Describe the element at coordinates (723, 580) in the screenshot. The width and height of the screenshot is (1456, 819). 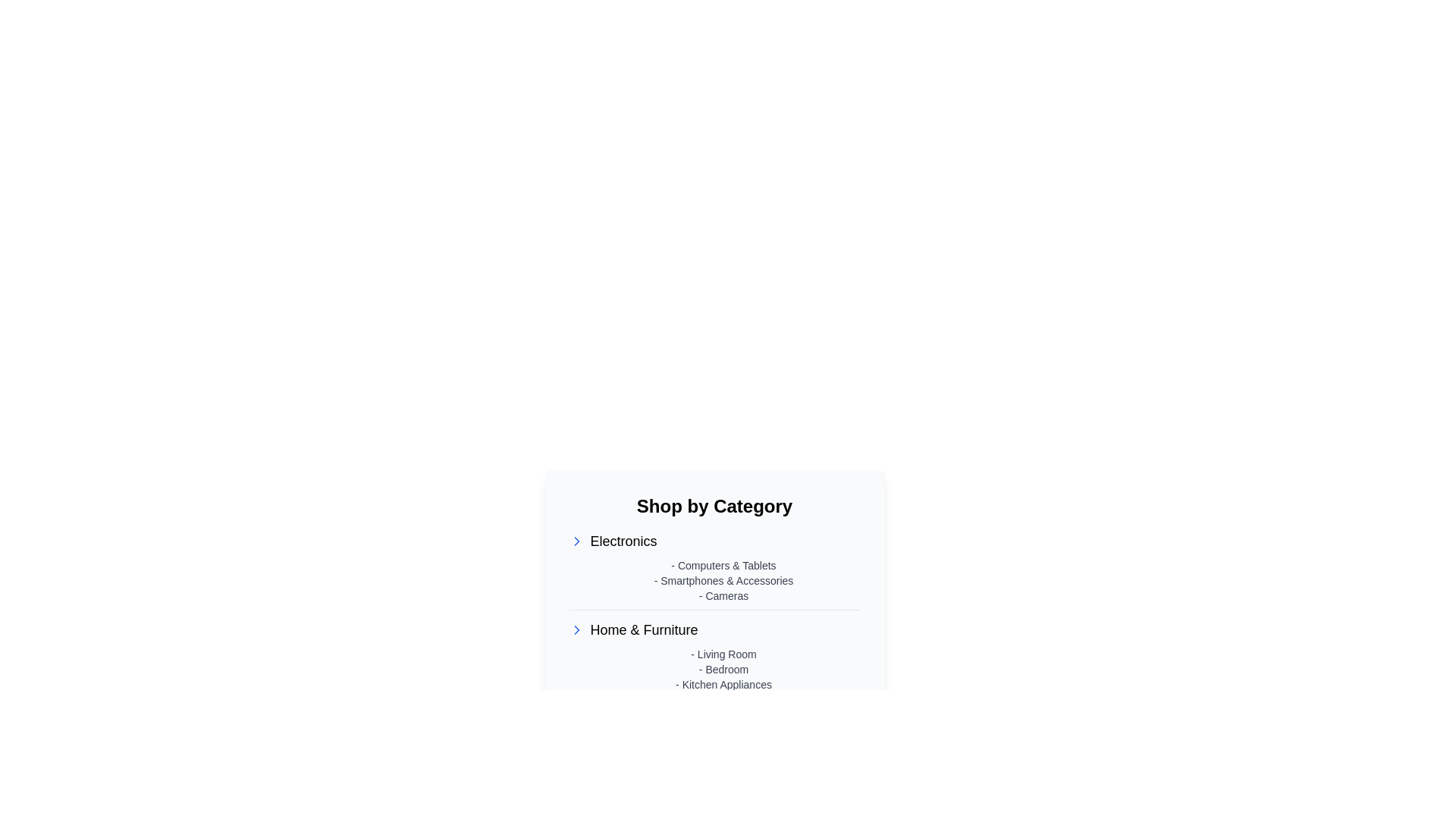
I see `the static text label displaying '- Smartphones & Accessories', which is the second item in the 'Electronics' category list` at that location.